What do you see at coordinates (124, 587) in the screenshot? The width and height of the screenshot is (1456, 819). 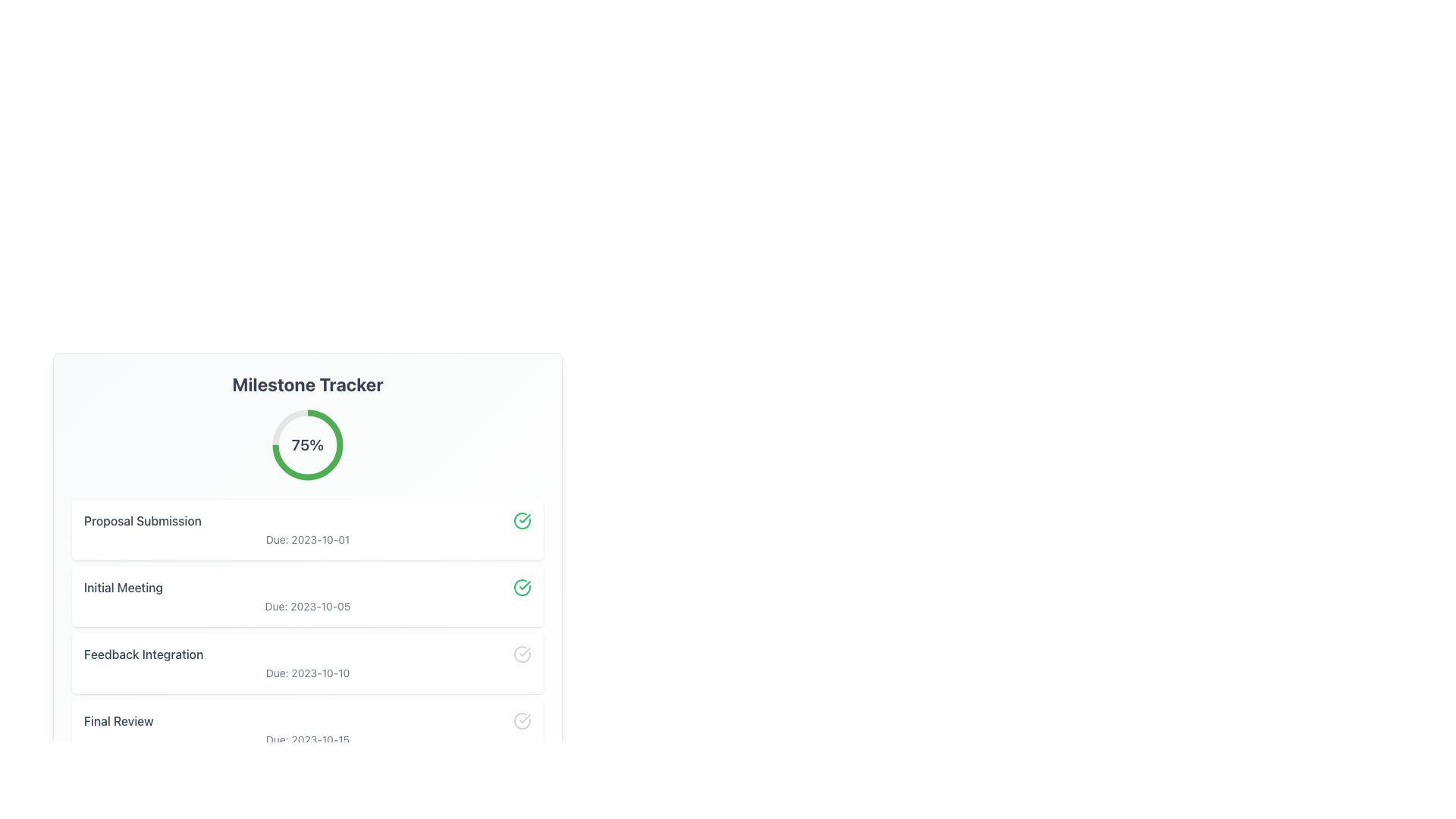 I see `the 'Initial Meeting' text label, which is part of the Milestone Tracker list and is located in the second row above 'Feedback Integration'` at bounding box center [124, 587].